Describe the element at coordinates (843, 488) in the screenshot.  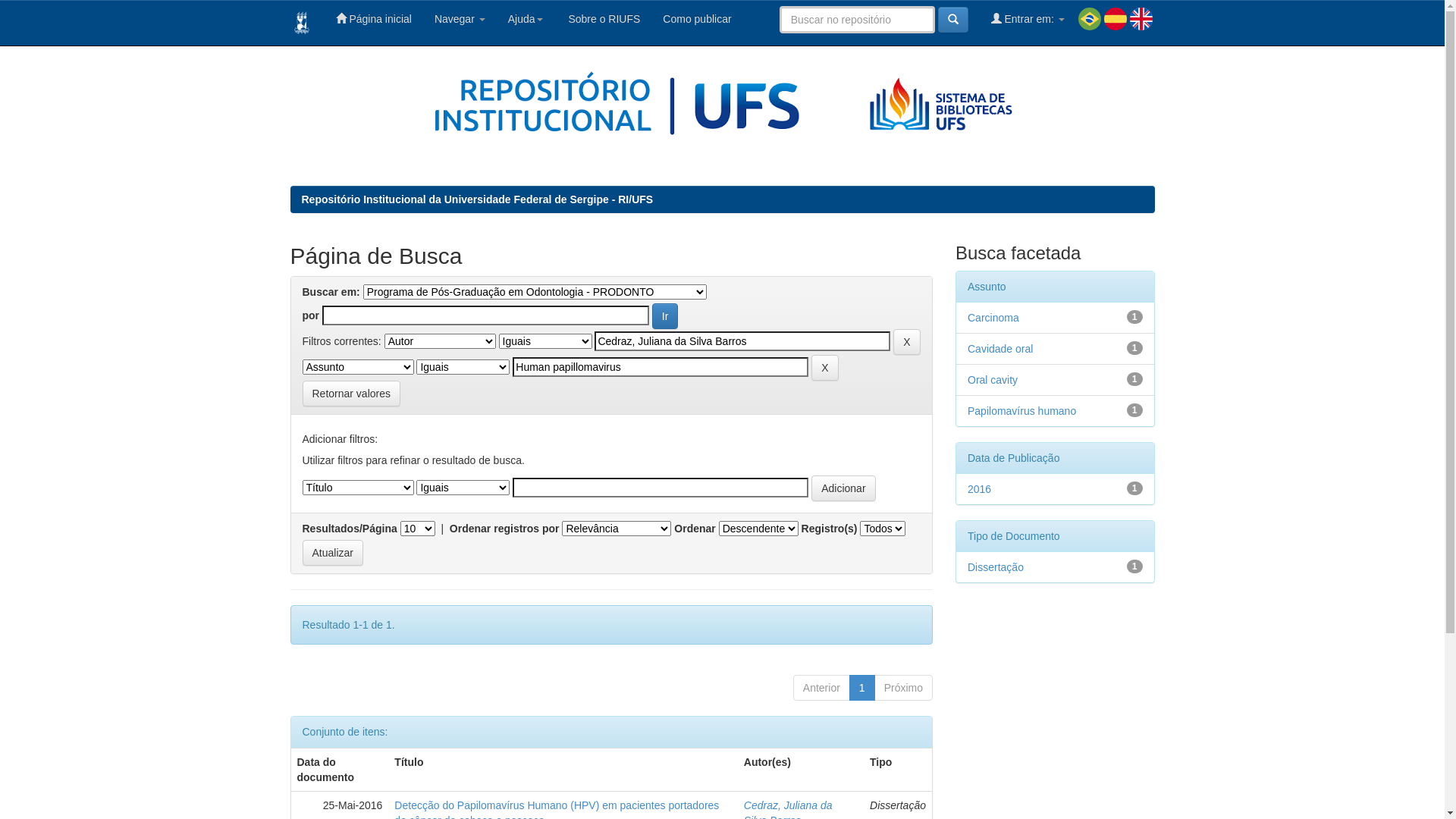
I see `'Adicionar'` at that location.